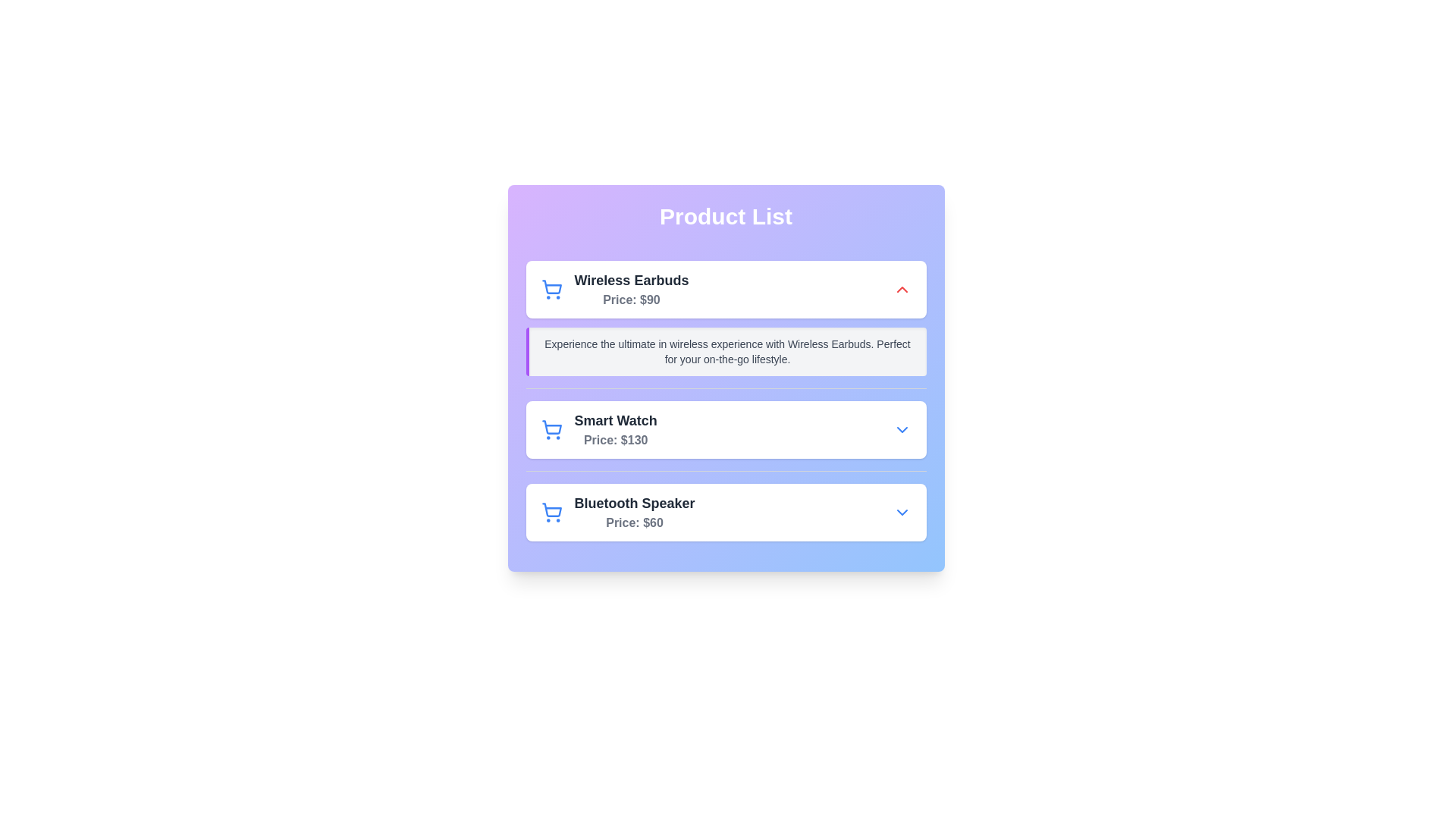  What do you see at coordinates (551, 430) in the screenshot?
I see `the shopping cart icon for the product Smart Watch` at bounding box center [551, 430].